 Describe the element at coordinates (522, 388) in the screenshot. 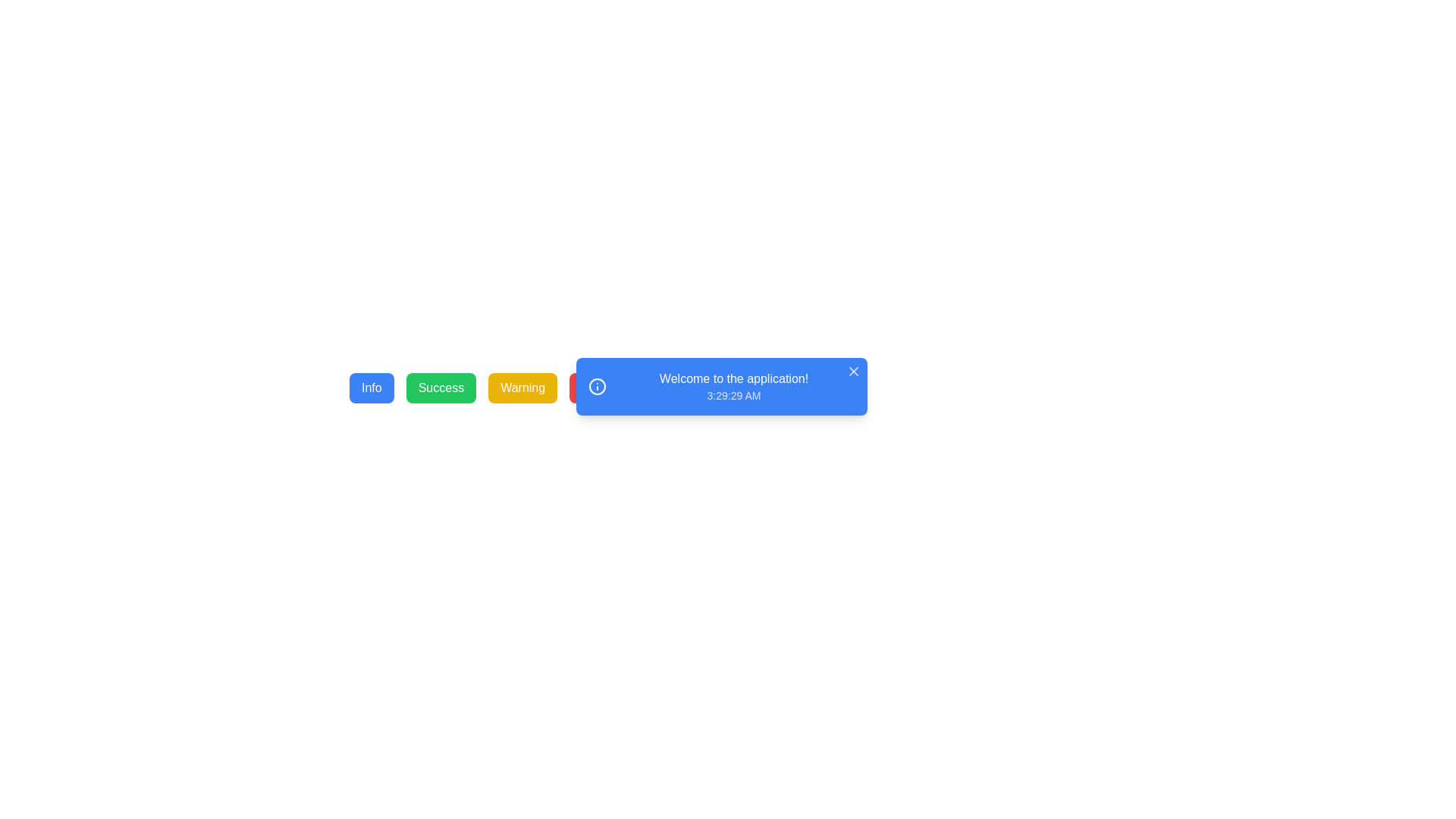

I see `the 'Warning' button, which is a rectangular button with rounded corners, yellow background, and white text, positioned between the 'Success' button on the left and the 'Error' button on the right` at that location.